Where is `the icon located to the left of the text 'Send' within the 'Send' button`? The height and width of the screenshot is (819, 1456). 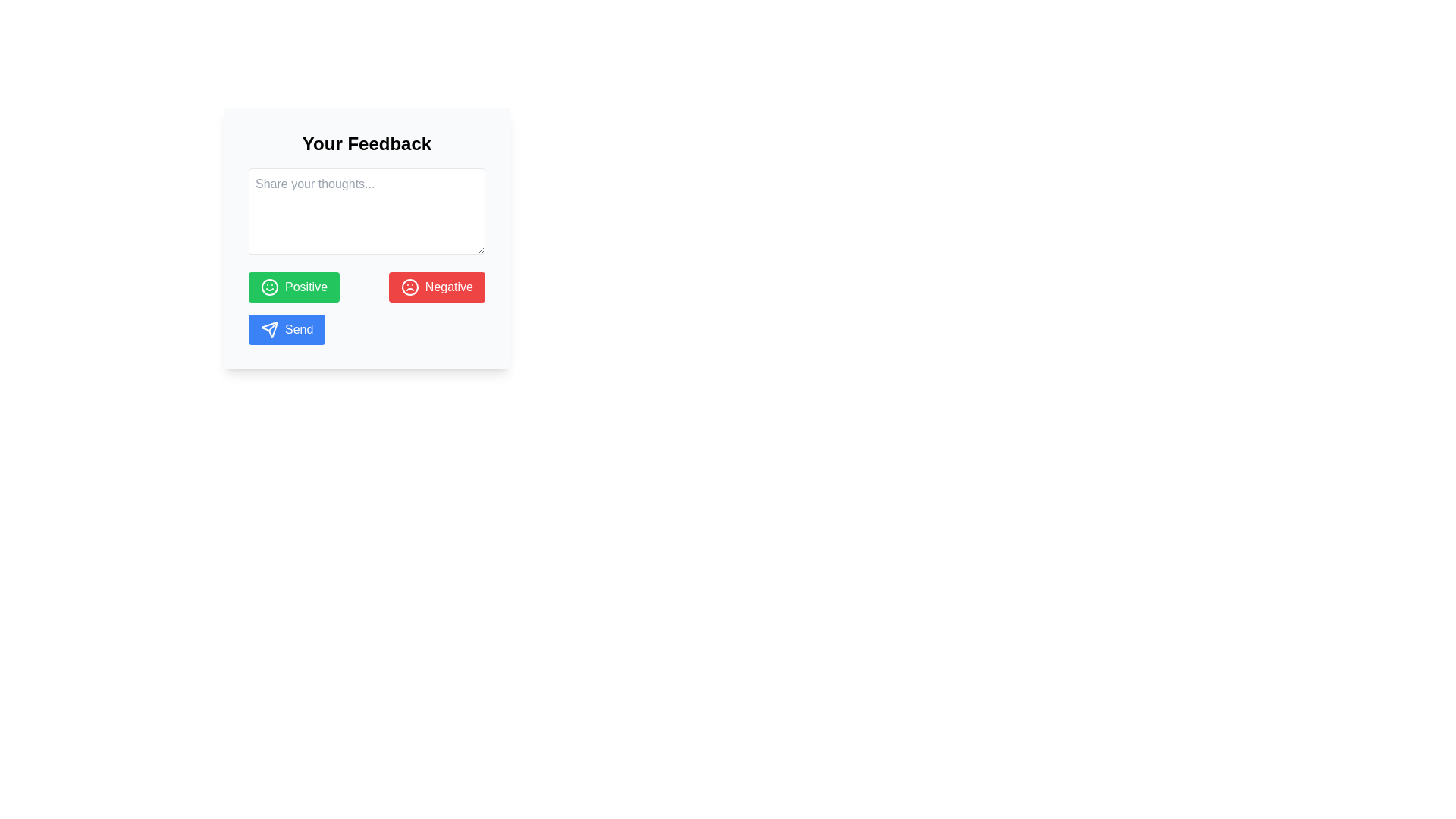
the icon located to the left of the text 'Send' within the 'Send' button is located at coordinates (269, 329).